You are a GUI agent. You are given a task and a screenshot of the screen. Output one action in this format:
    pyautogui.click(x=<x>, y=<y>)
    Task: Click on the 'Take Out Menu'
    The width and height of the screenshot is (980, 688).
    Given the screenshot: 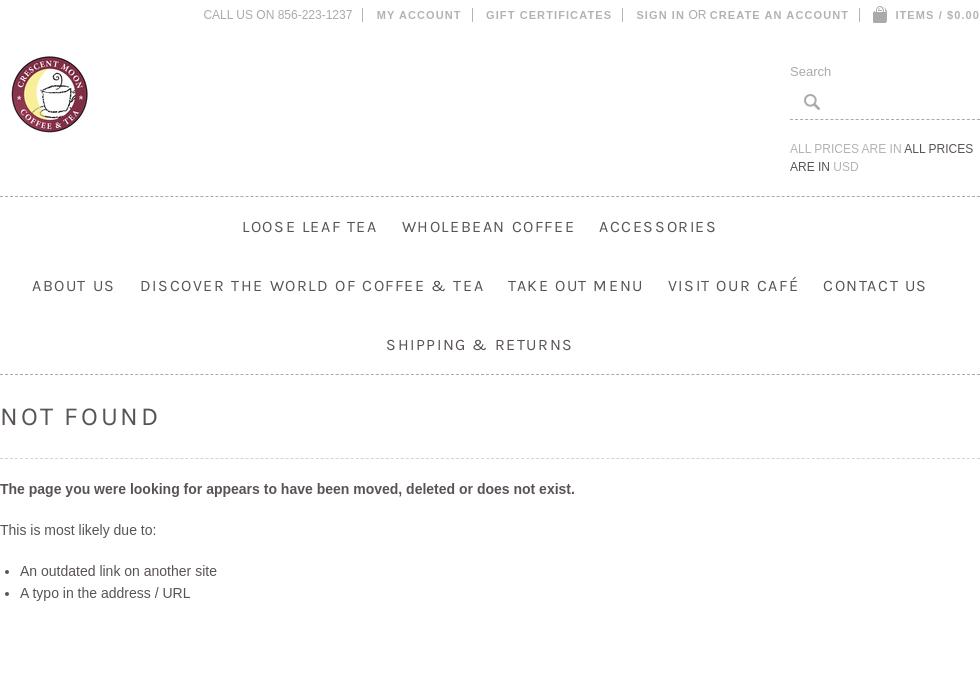 What is the action you would take?
    pyautogui.click(x=575, y=284)
    